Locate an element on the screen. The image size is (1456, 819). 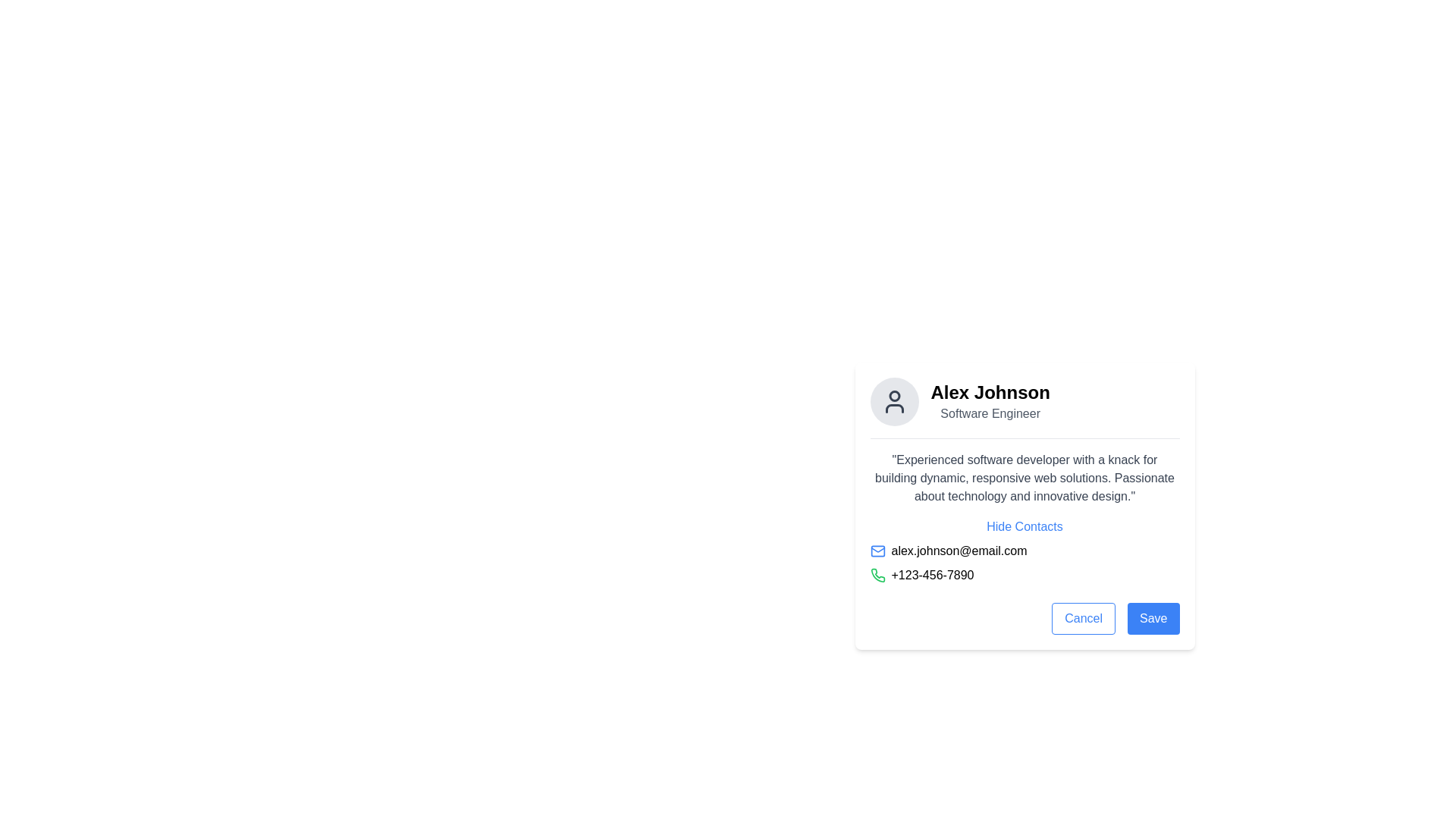
the user's profile image icon located at the top-center of the user profile card is located at coordinates (894, 400).